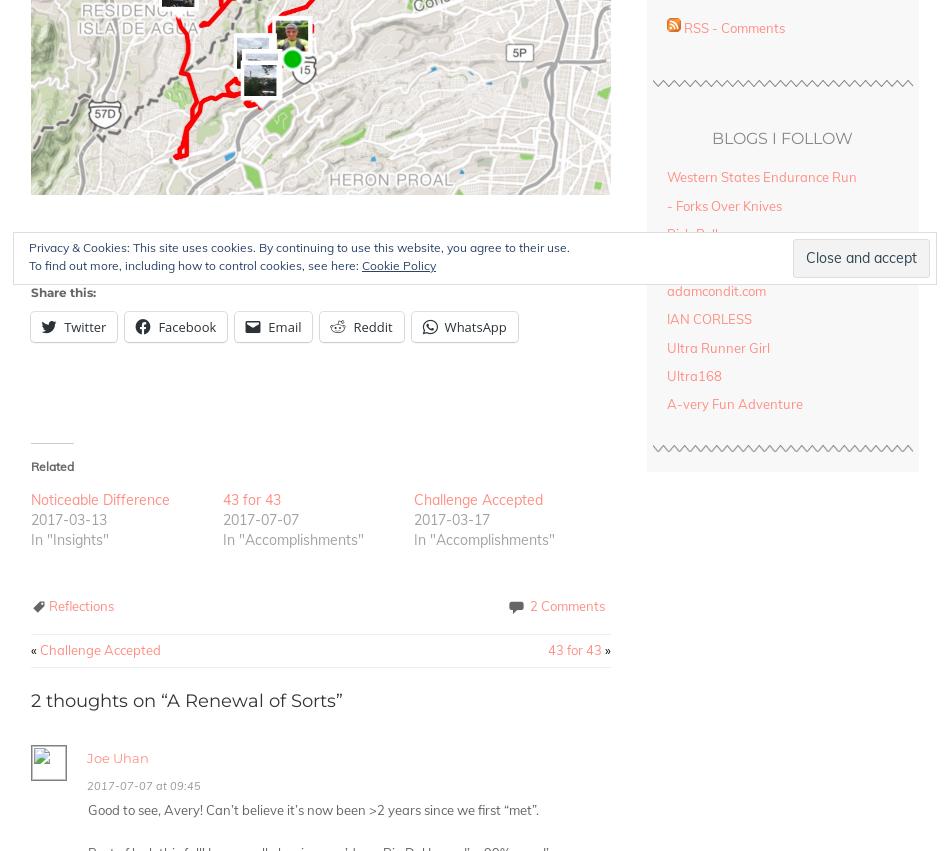 The image size is (950, 851). Describe the element at coordinates (475, 326) in the screenshot. I see `'WhatsApp'` at that location.